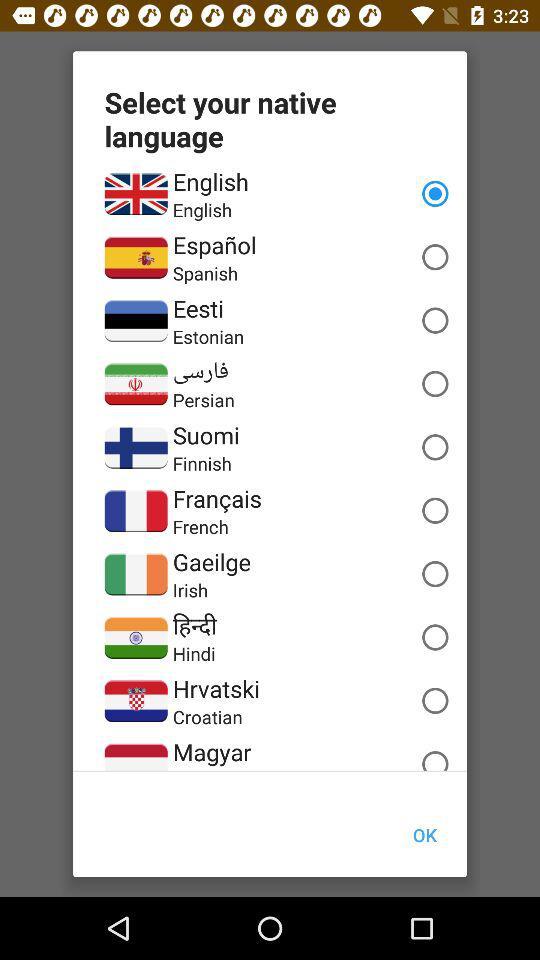 Image resolution: width=540 pixels, height=960 pixels. I want to click on the app above the hungarian item, so click(211, 751).